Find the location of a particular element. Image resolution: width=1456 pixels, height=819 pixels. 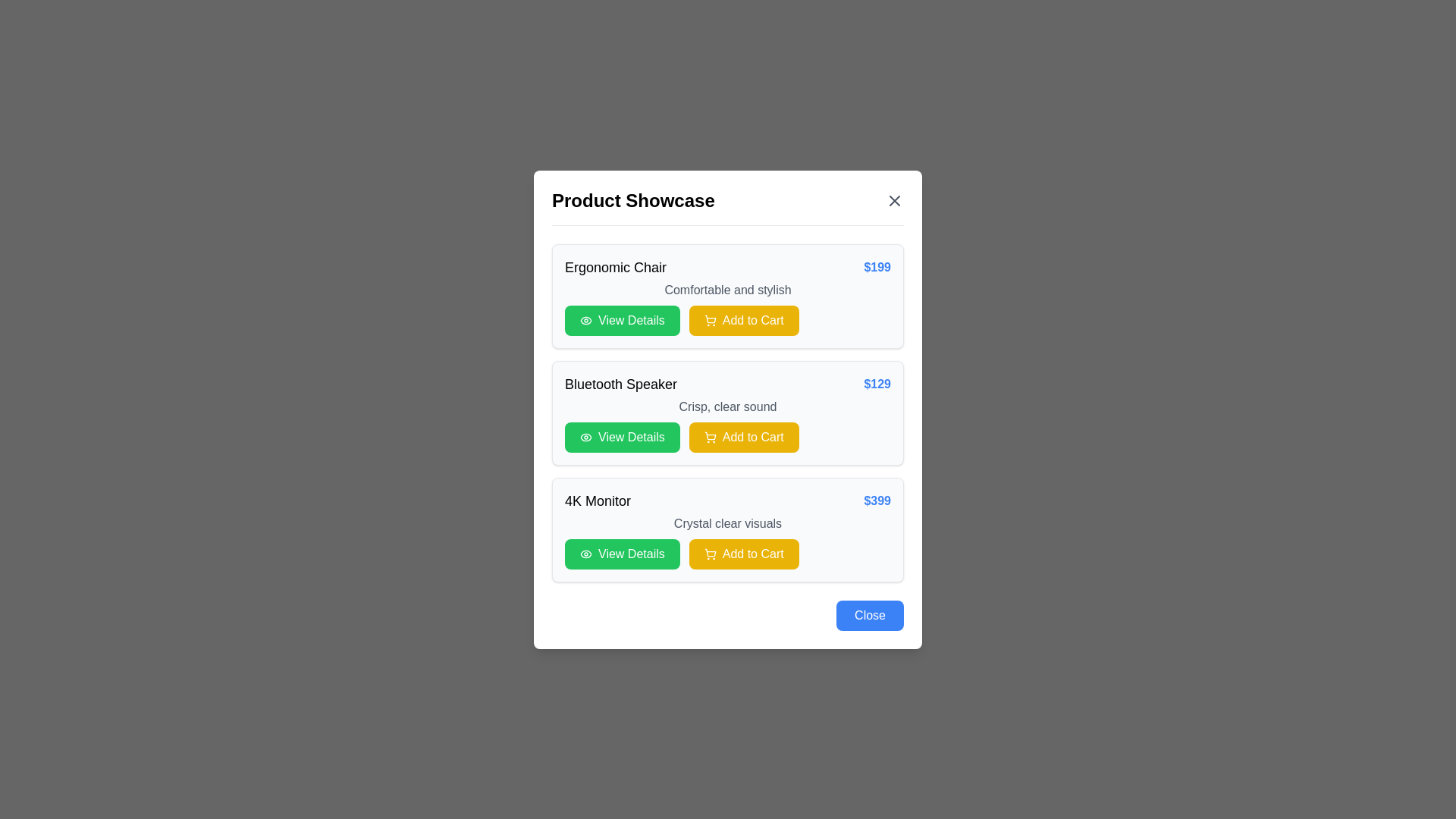

the top-right to bottom-left diagonal line of the 'X' close icon located in the top-right corner of the 'Product Showcase' modal is located at coordinates (895, 199).